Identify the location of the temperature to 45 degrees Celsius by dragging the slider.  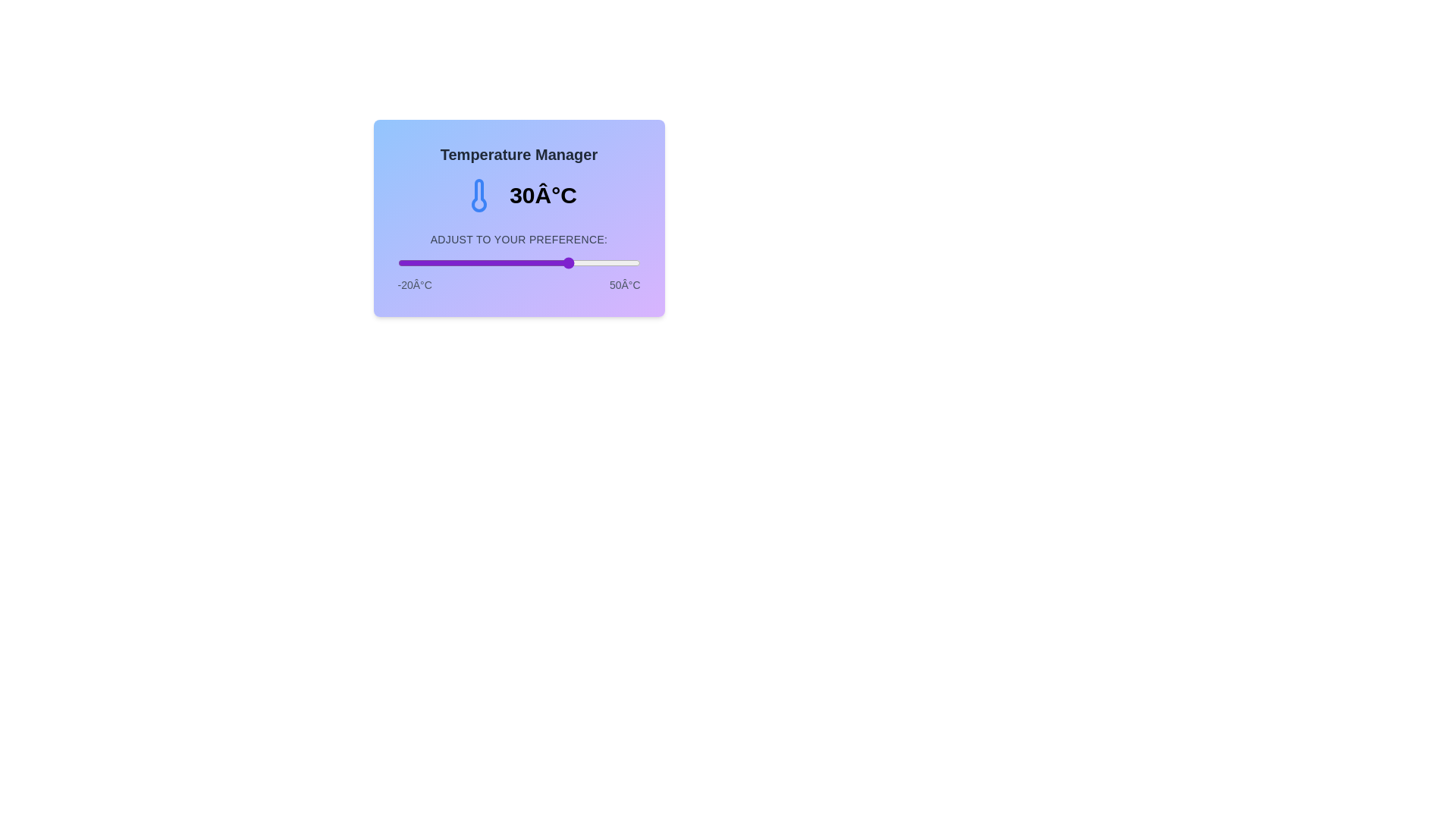
(623, 262).